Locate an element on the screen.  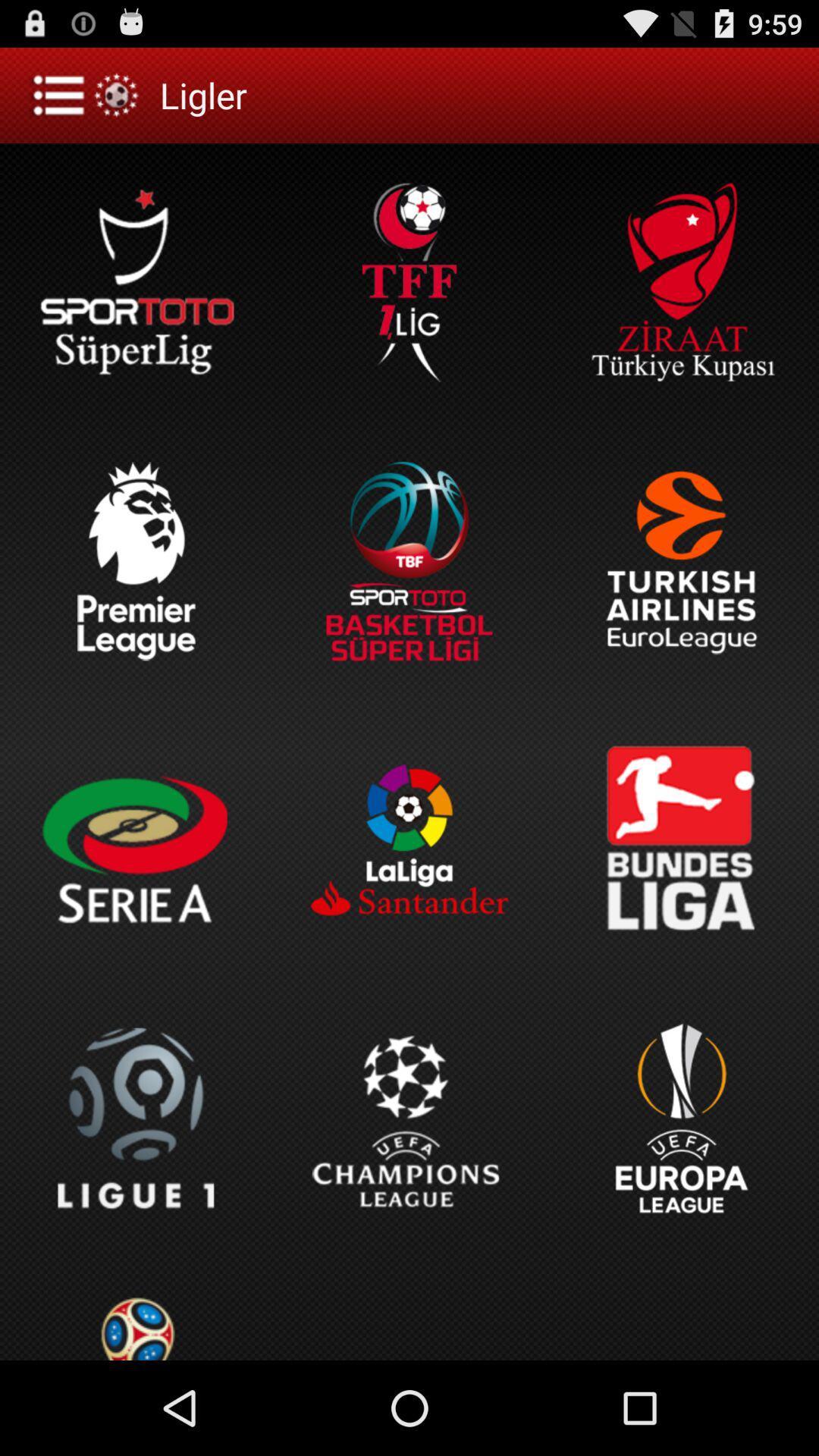
the first option in the fourth row is located at coordinates (136, 1119).